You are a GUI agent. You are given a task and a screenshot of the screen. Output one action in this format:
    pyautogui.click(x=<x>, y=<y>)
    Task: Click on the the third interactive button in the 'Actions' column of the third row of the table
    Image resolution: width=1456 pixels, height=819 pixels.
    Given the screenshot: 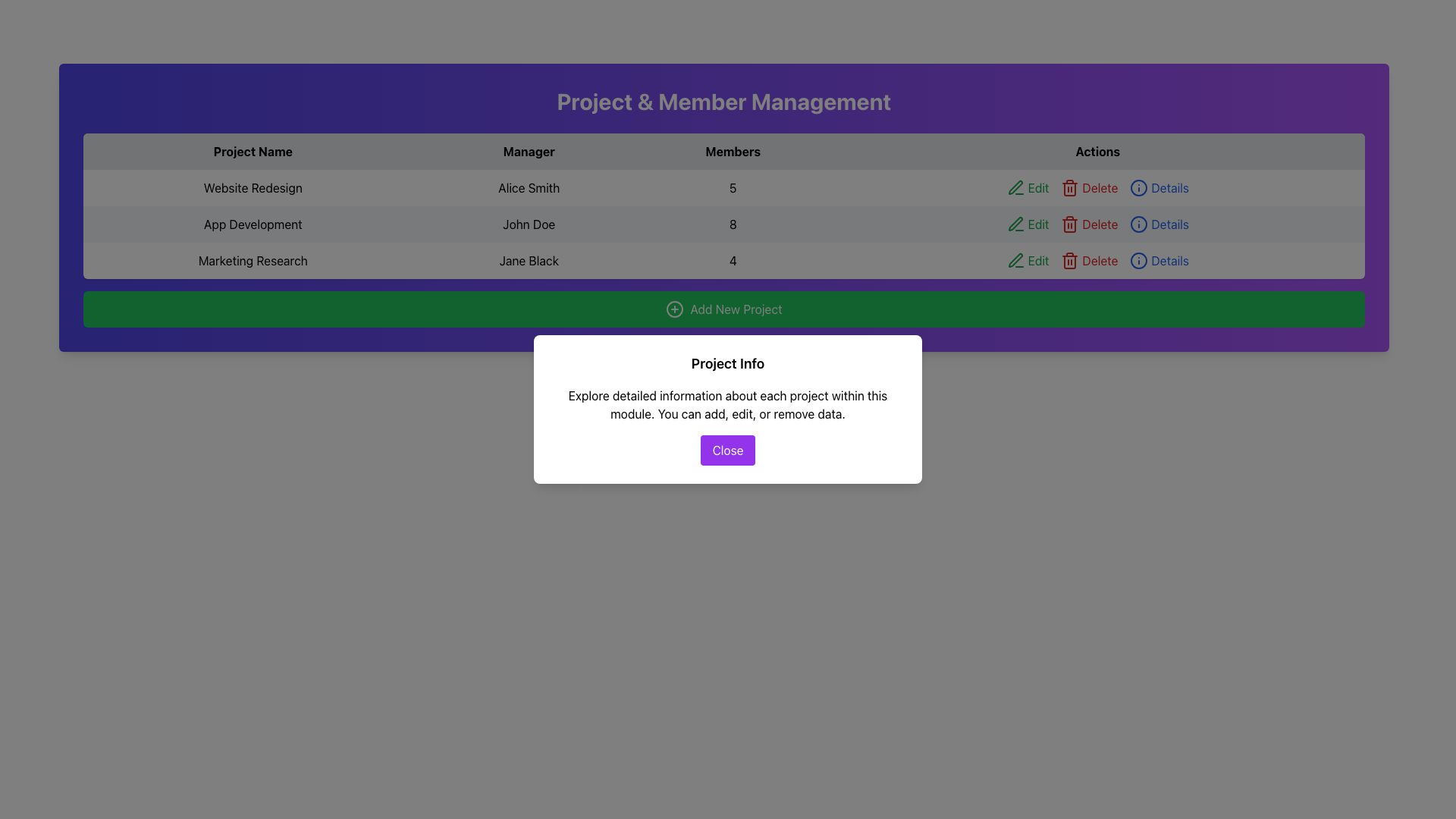 What is the action you would take?
    pyautogui.click(x=1159, y=187)
    